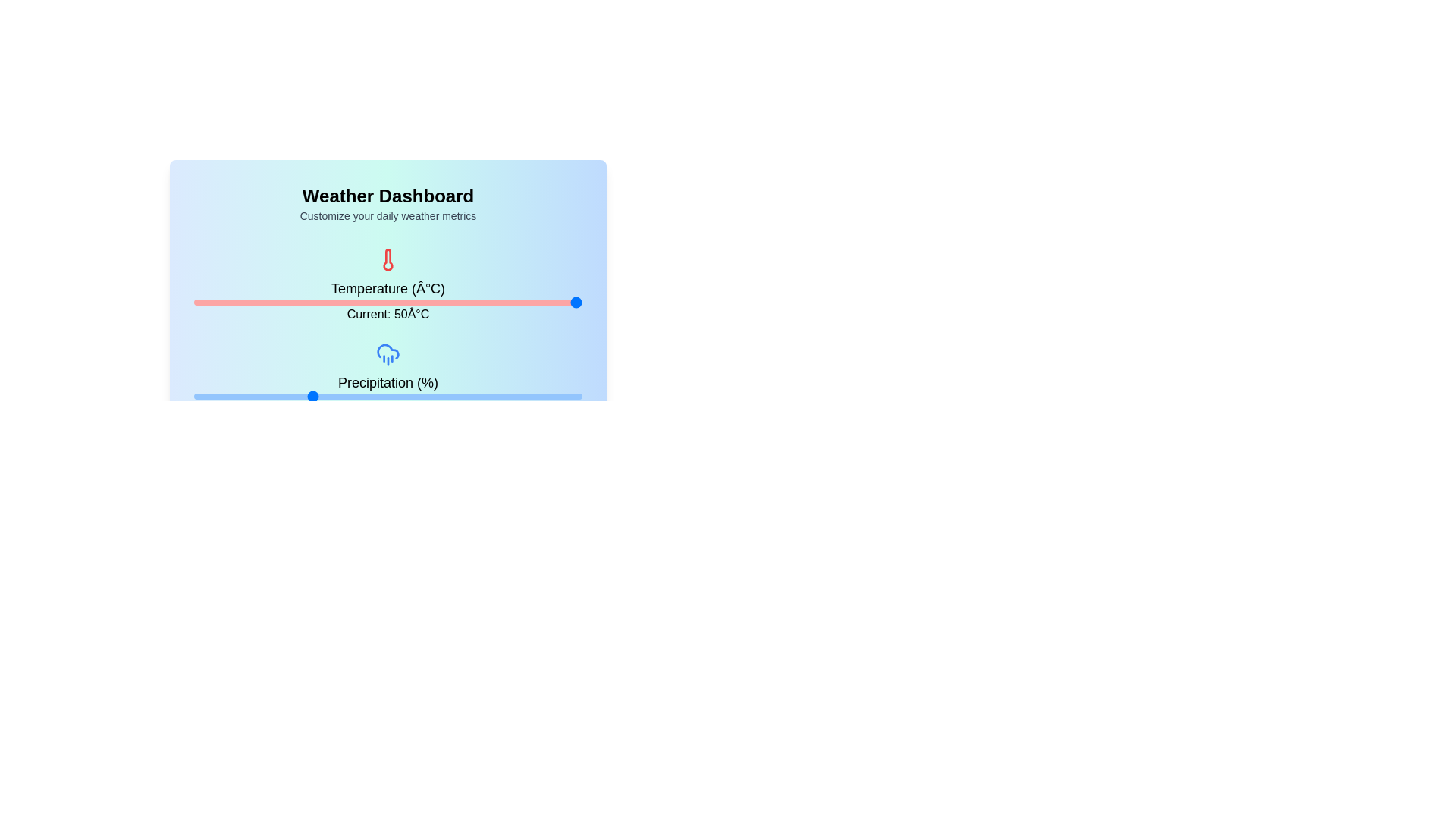  What do you see at coordinates (366, 302) in the screenshot?
I see `temperature` at bounding box center [366, 302].